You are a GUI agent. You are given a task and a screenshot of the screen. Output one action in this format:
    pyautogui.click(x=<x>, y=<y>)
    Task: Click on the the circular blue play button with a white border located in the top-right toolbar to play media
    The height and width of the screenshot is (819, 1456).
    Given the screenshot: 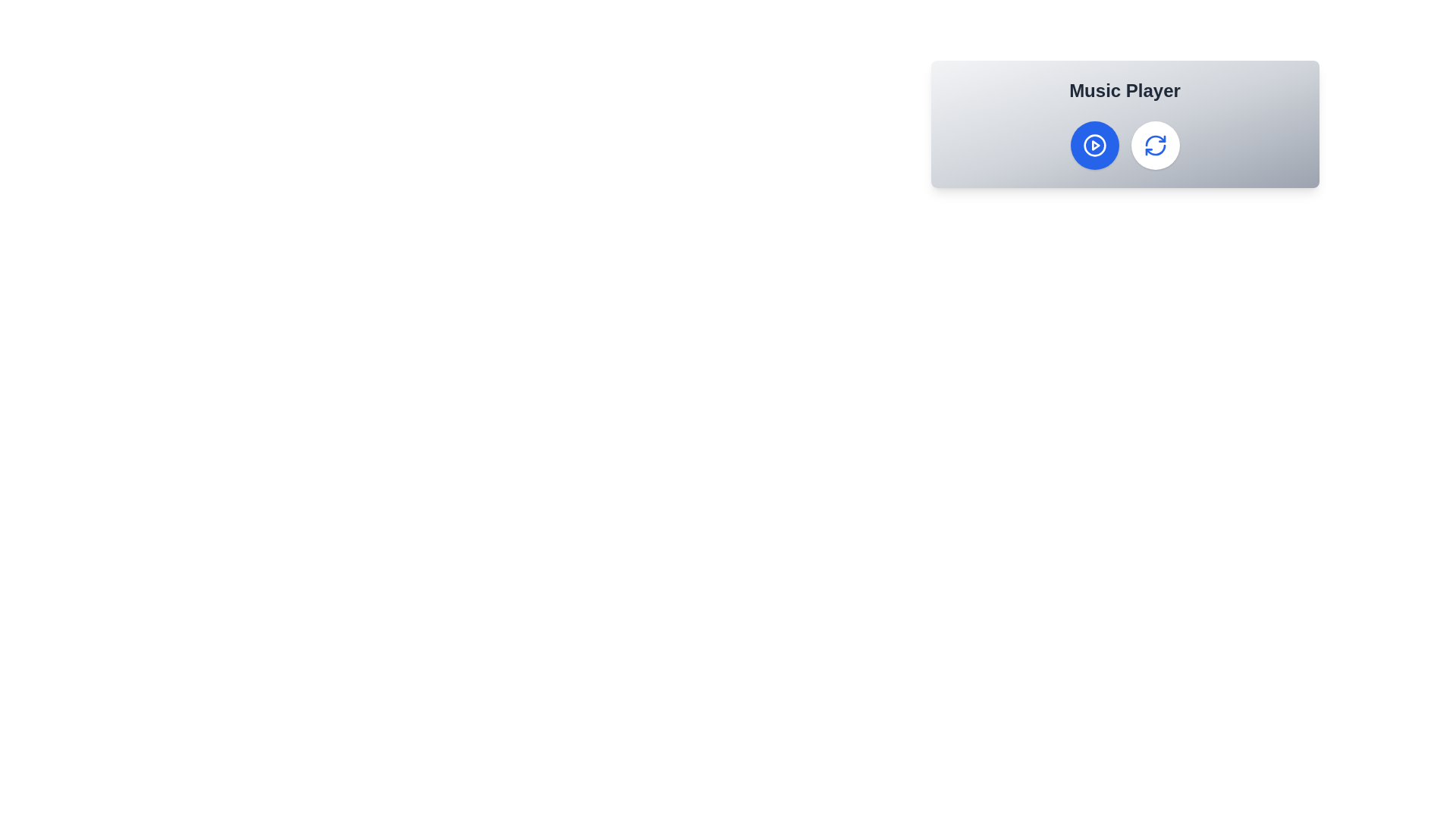 What is the action you would take?
    pyautogui.click(x=1094, y=146)
    